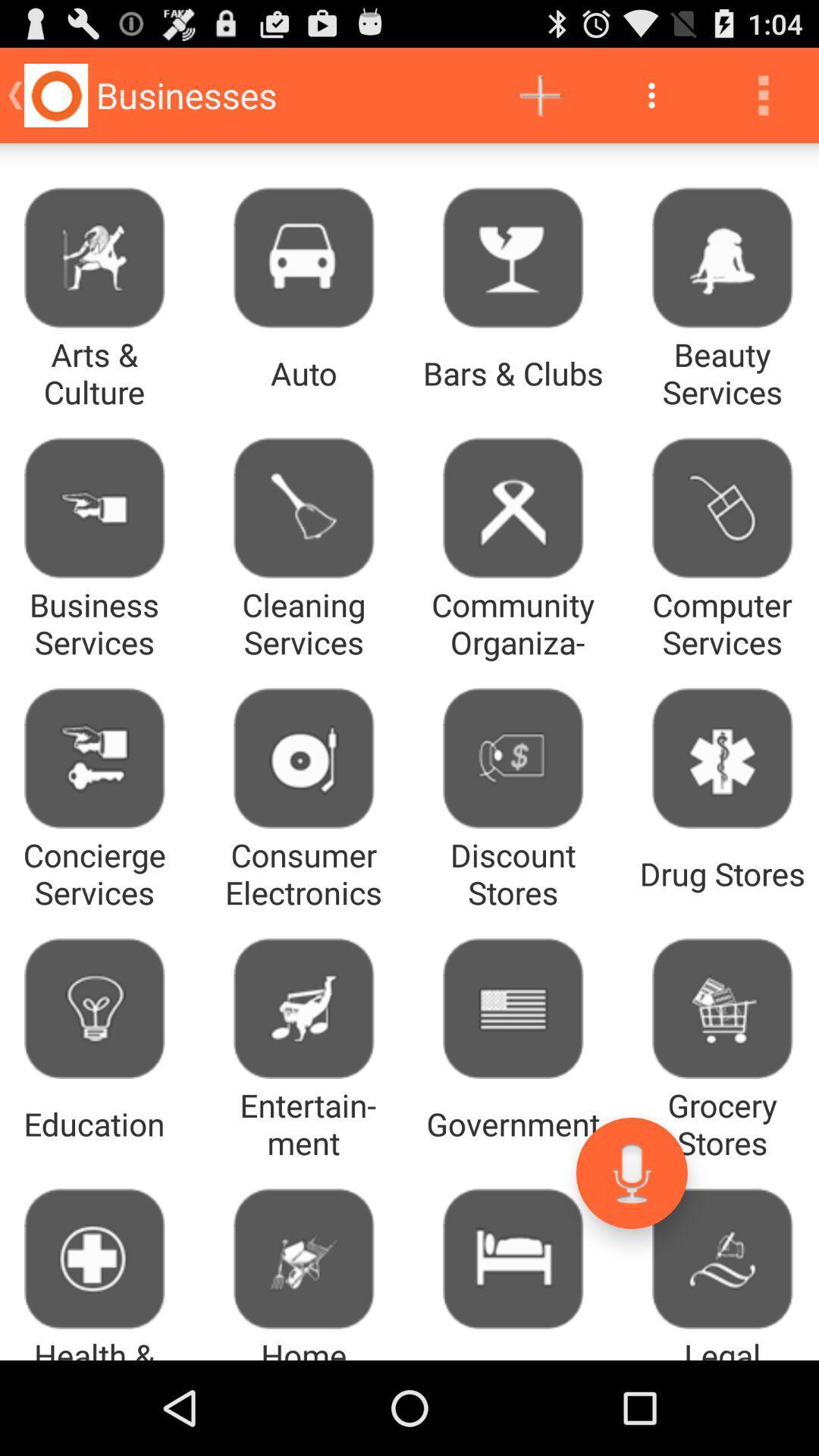  I want to click on the app next to entertainment item, so click(632, 1172).